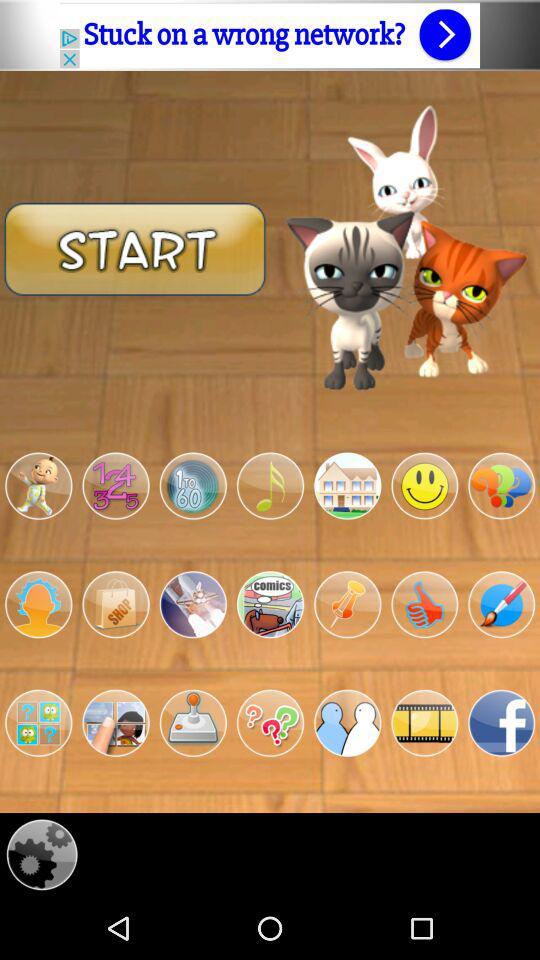 This screenshot has height=960, width=540. What do you see at coordinates (500, 646) in the screenshot?
I see `the edit icon` at bounding box center [500, 646].